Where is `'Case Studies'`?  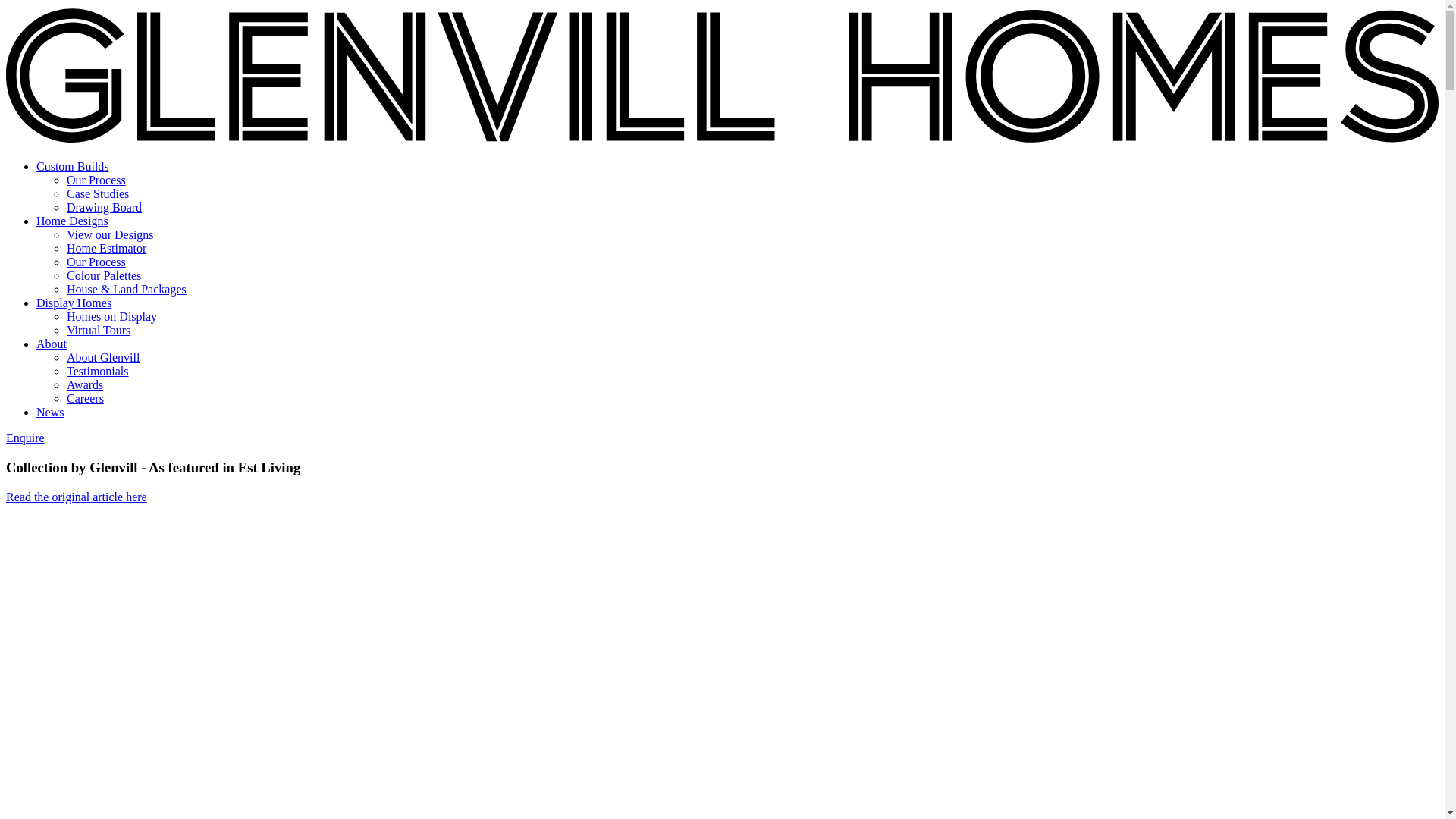 'Case Studies' is located at coordinates (97, 193).